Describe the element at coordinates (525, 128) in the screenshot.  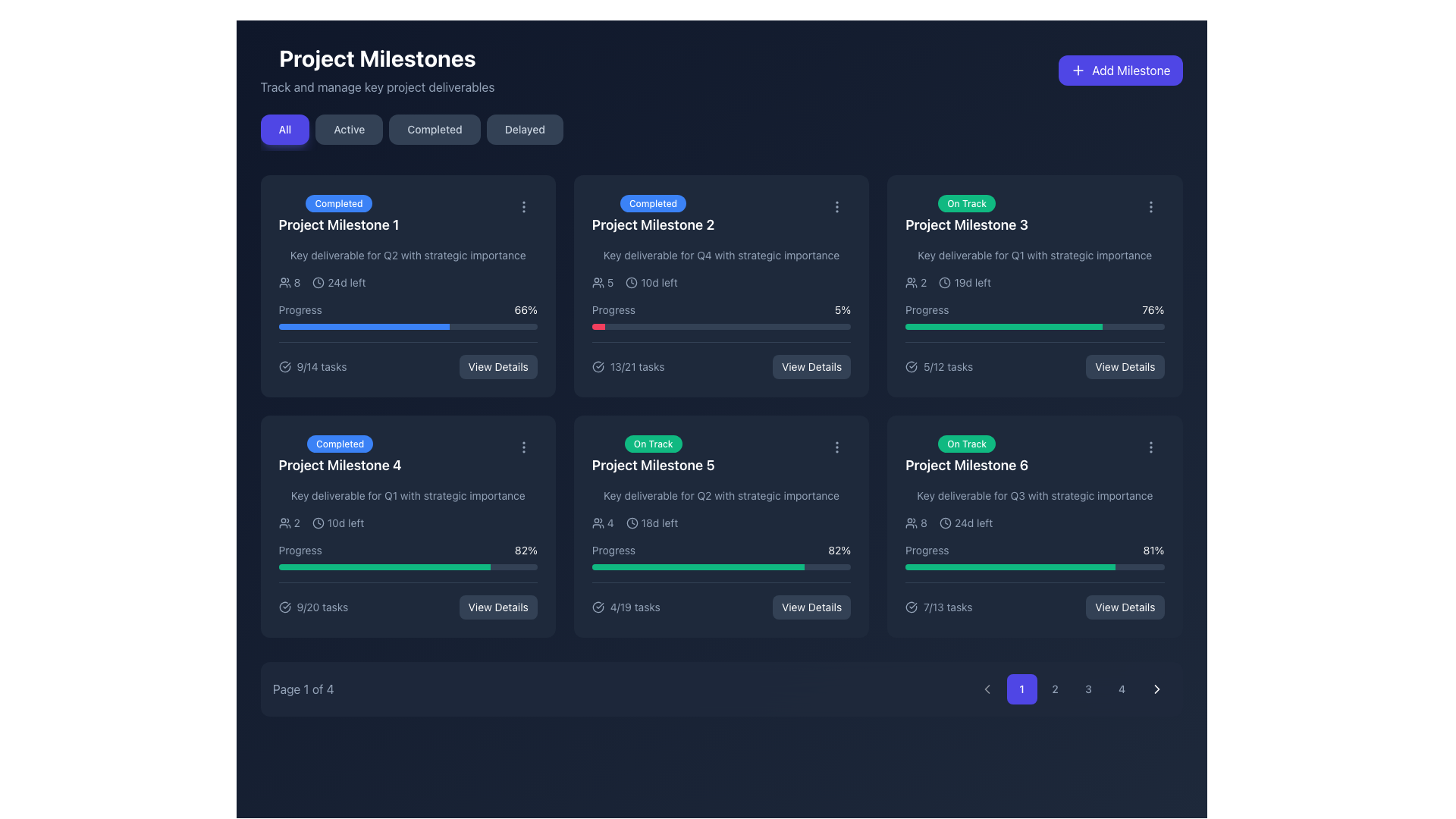
I see `the 'Delayed' button, which is the fourth button in a horizontal group beneath the 'Project Milestones' header, to filter the projects` at that location.